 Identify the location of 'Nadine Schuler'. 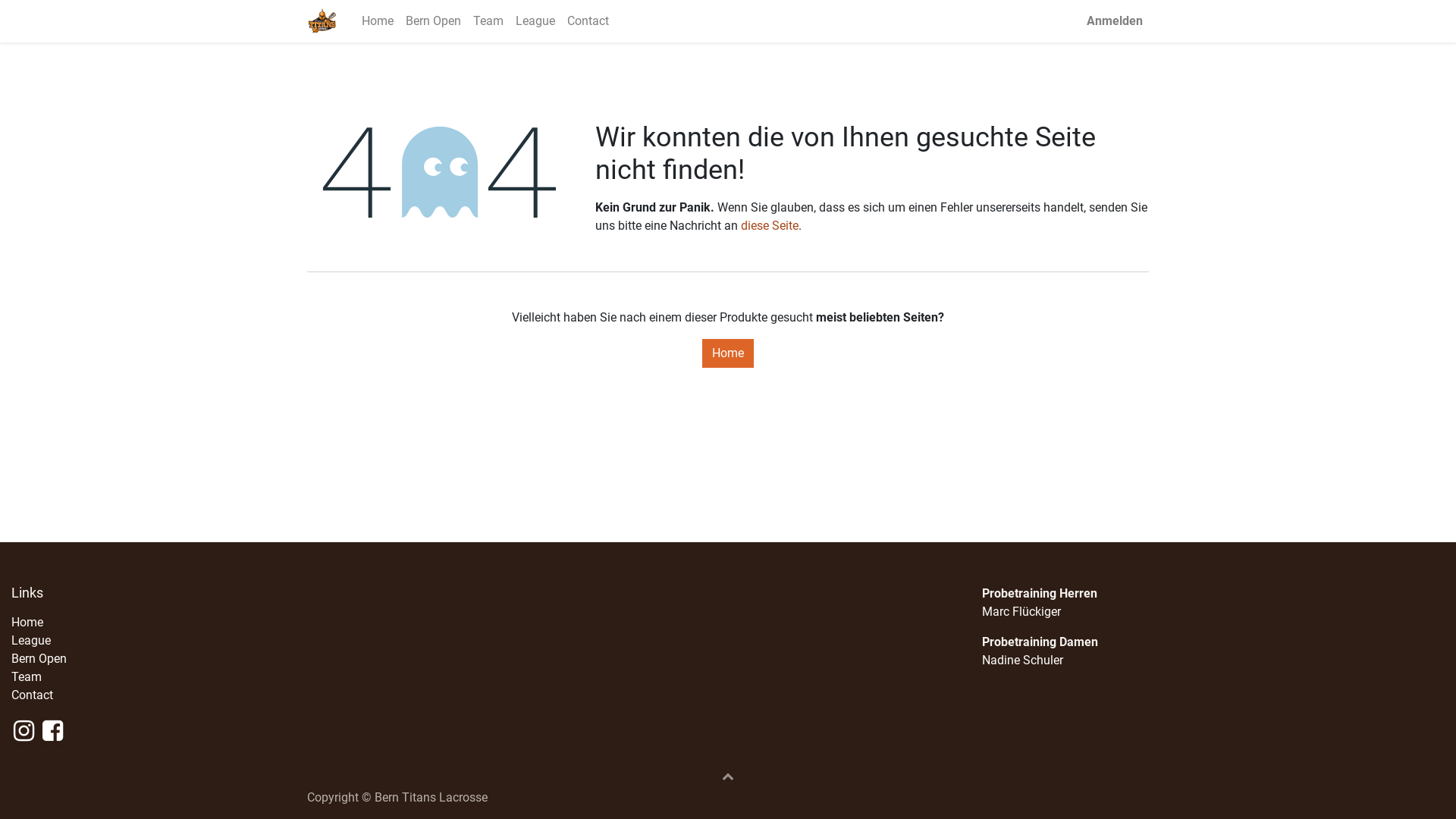
(982, 659).